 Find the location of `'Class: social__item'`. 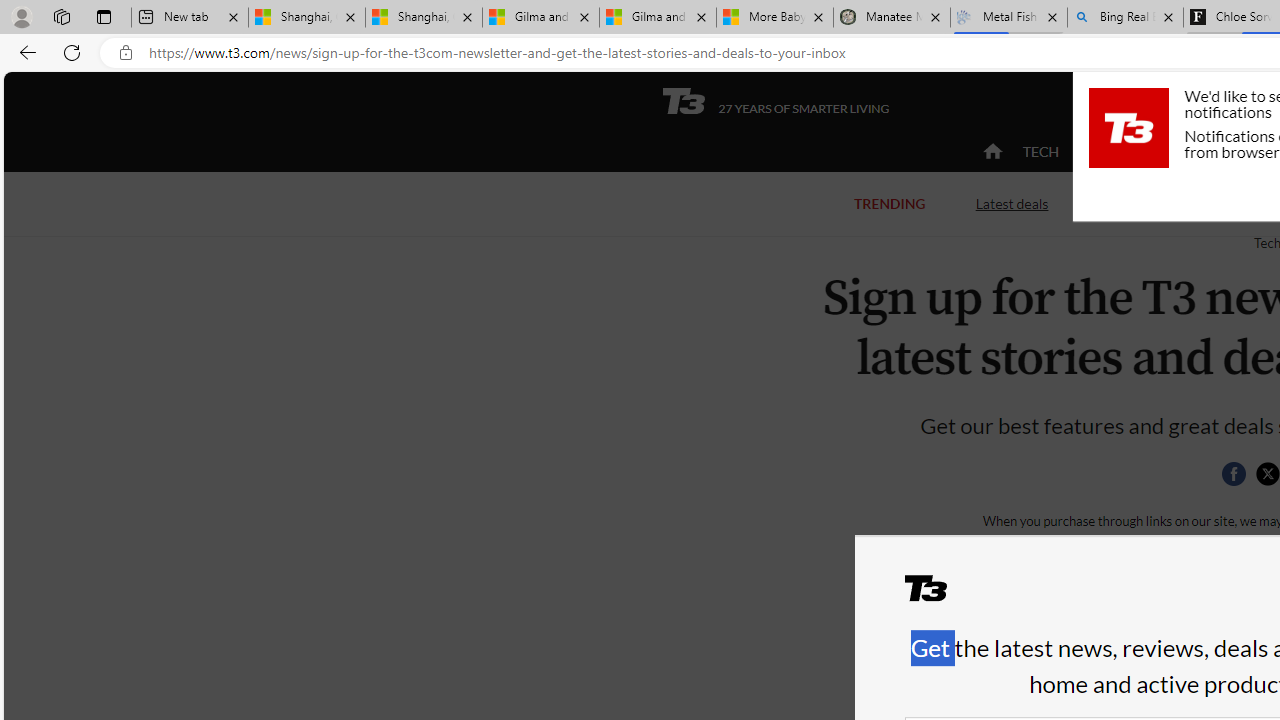

'Class: social__item' is located at coordinates (1237, 477).